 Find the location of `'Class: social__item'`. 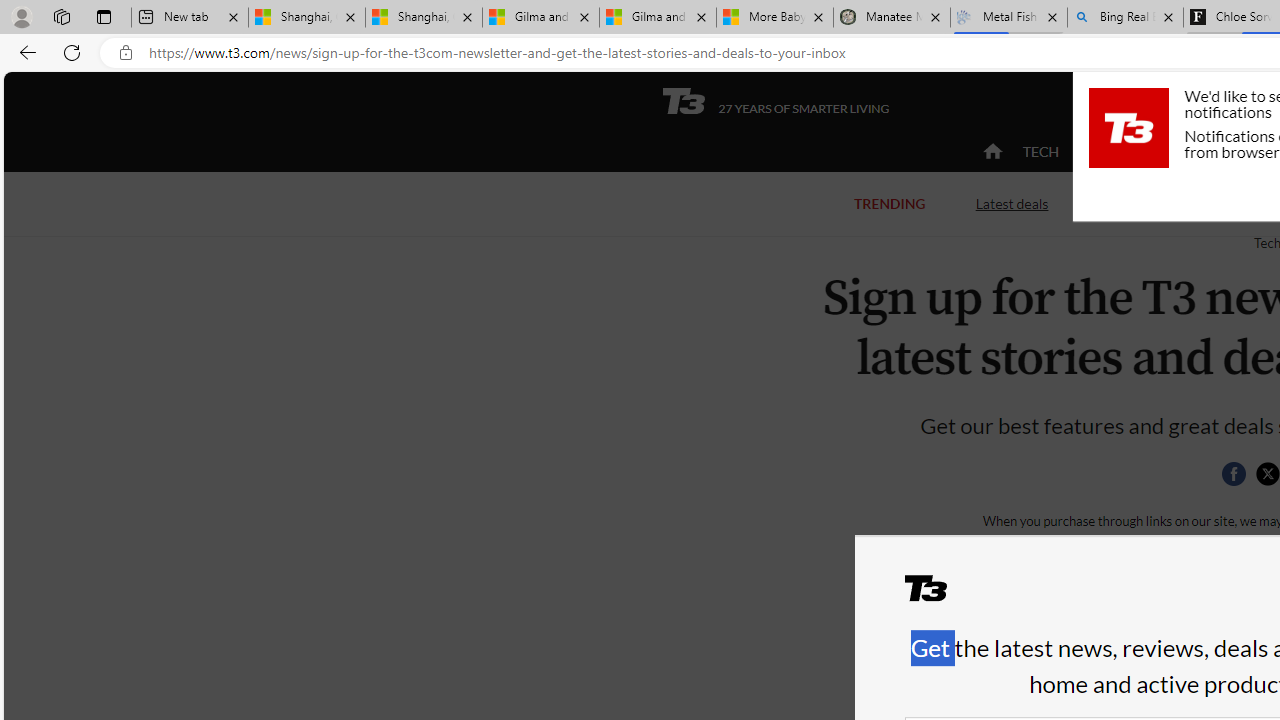

'Class: social__item' is located at coordinates (1237, 477).